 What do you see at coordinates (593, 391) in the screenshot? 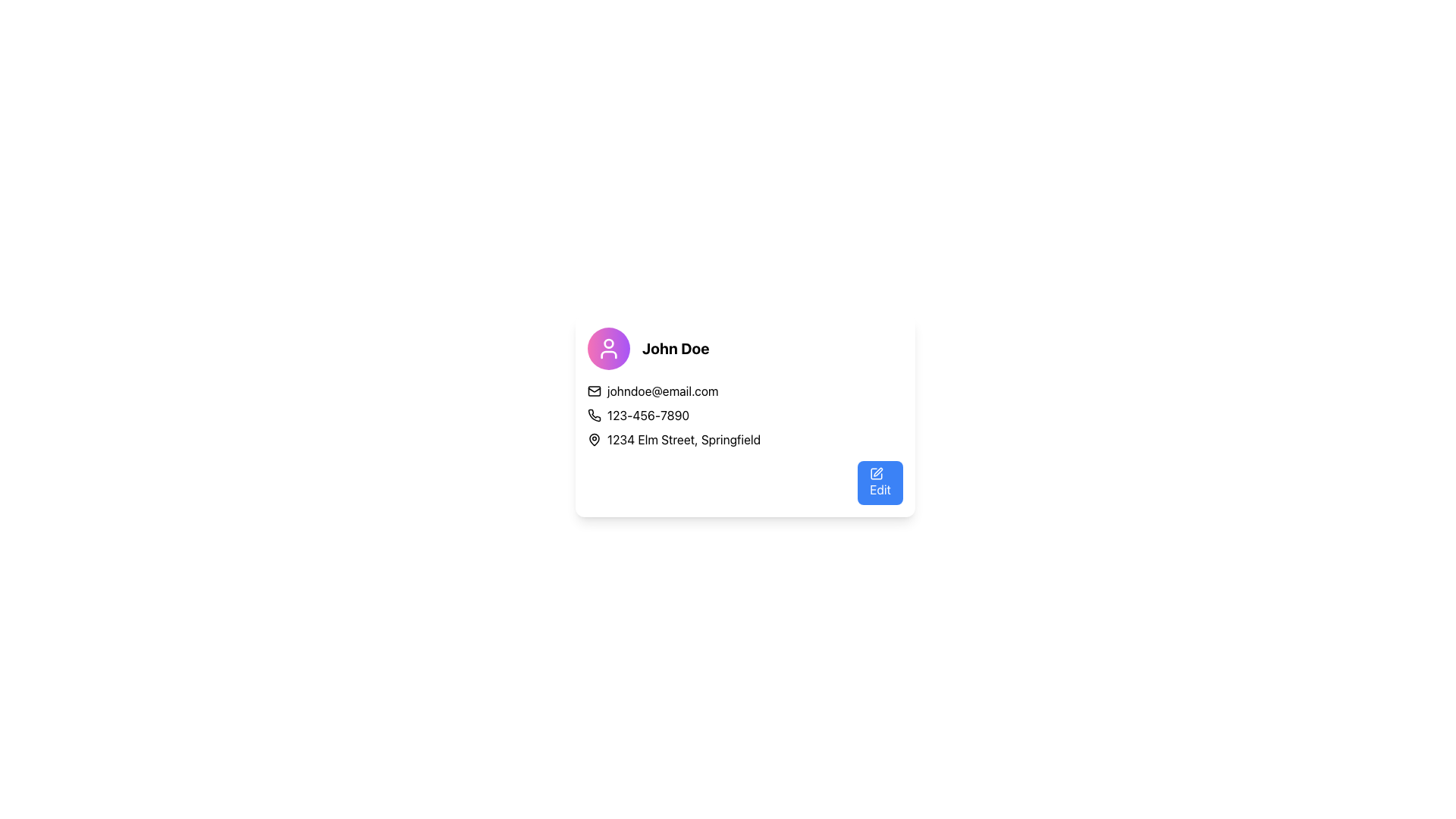
I see `the small email icon styled with an envelope symbol, located to the left of the text 'johndoe@email.com'` at bounding box center [593, 391].